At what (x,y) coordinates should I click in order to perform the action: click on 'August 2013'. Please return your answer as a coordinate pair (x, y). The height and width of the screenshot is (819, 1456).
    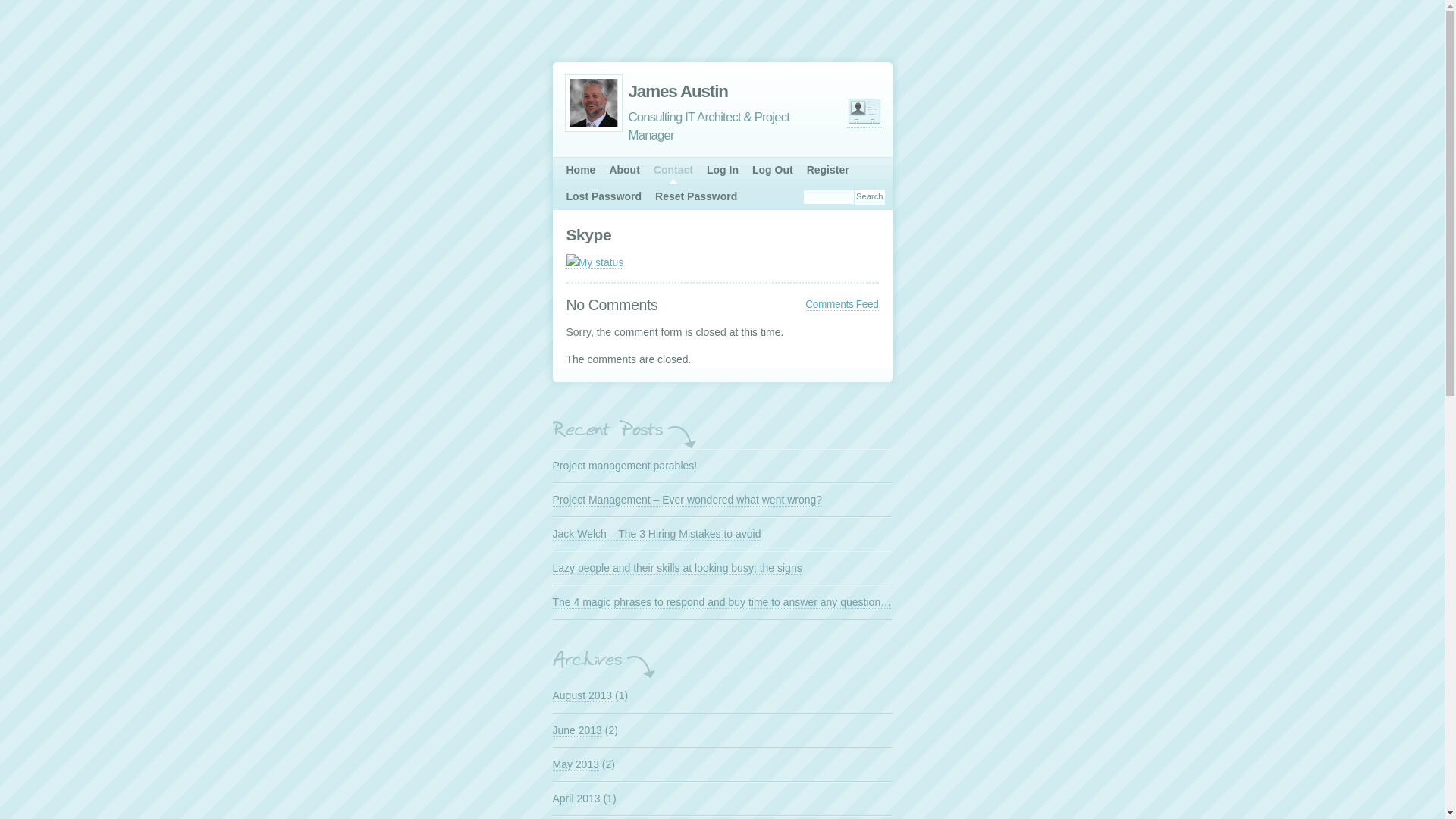
    Looking at the image, I should click on (581, 695).